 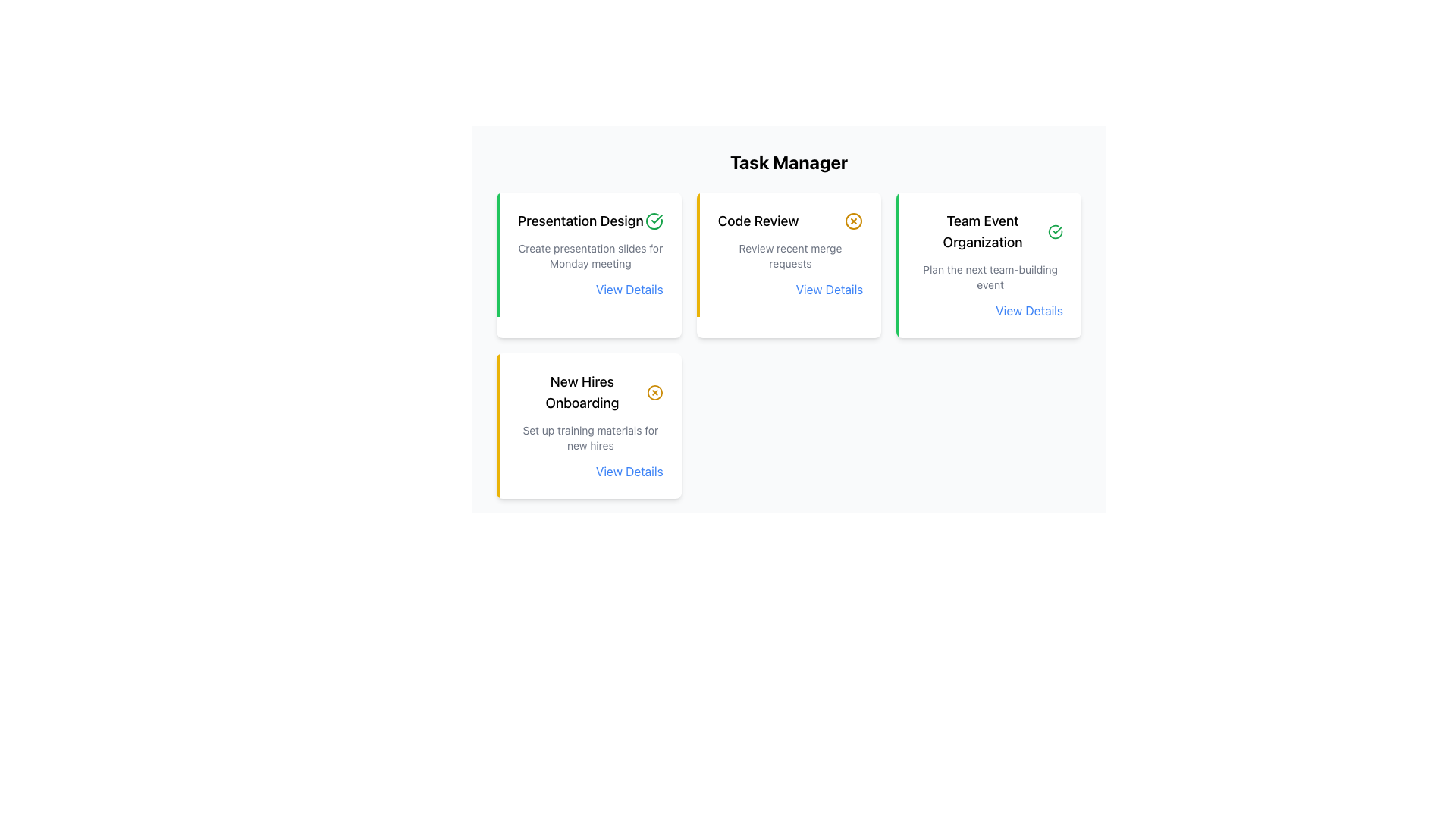 What do you see at coordinates (1055, 231) in the screenshot?
I see `the Status indicator icon located` at bounding box center [1055, 231].